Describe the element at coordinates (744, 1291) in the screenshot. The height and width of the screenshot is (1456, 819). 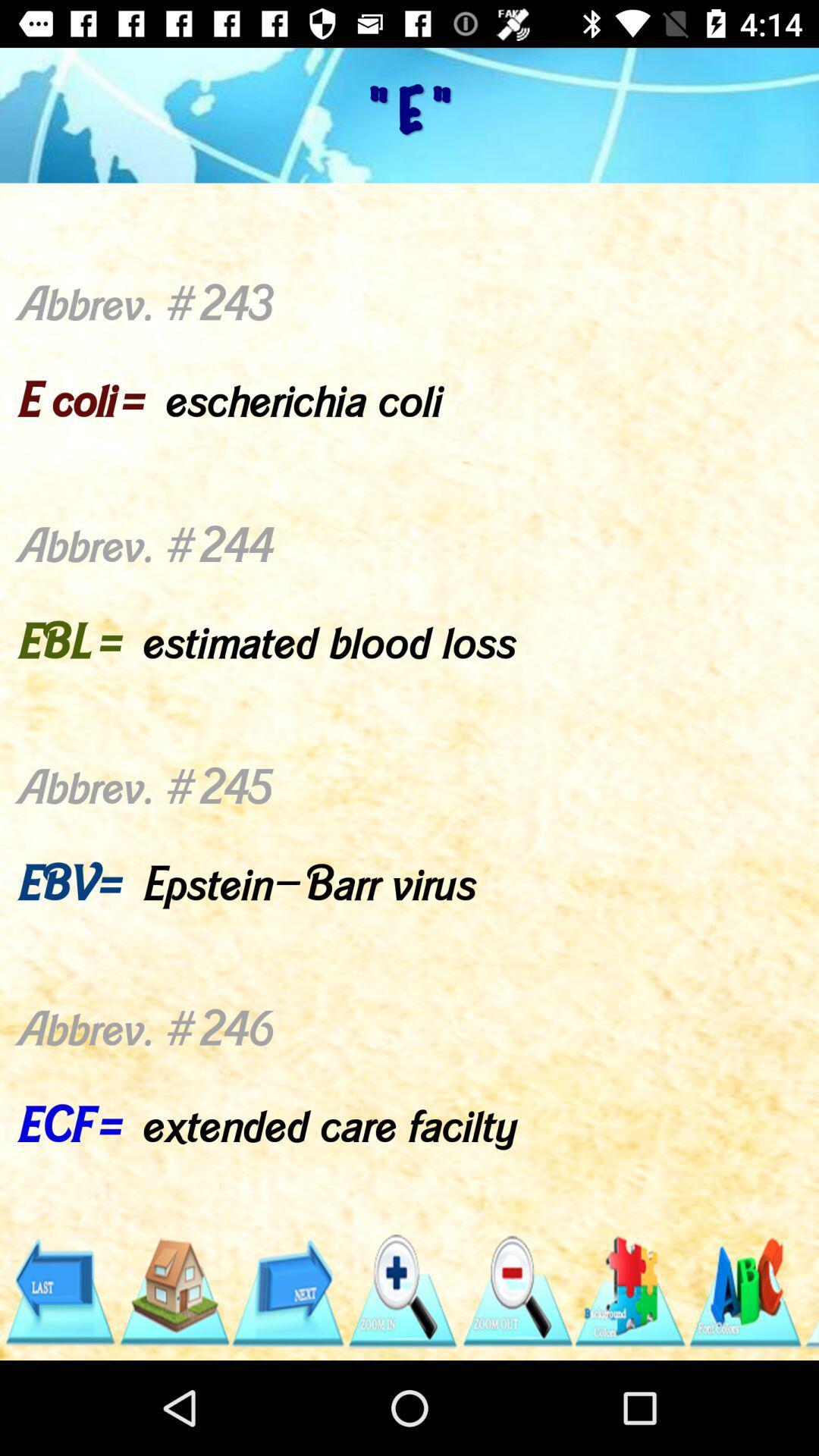
I see `icon below abbrev 	243	 	e icon` at that location.